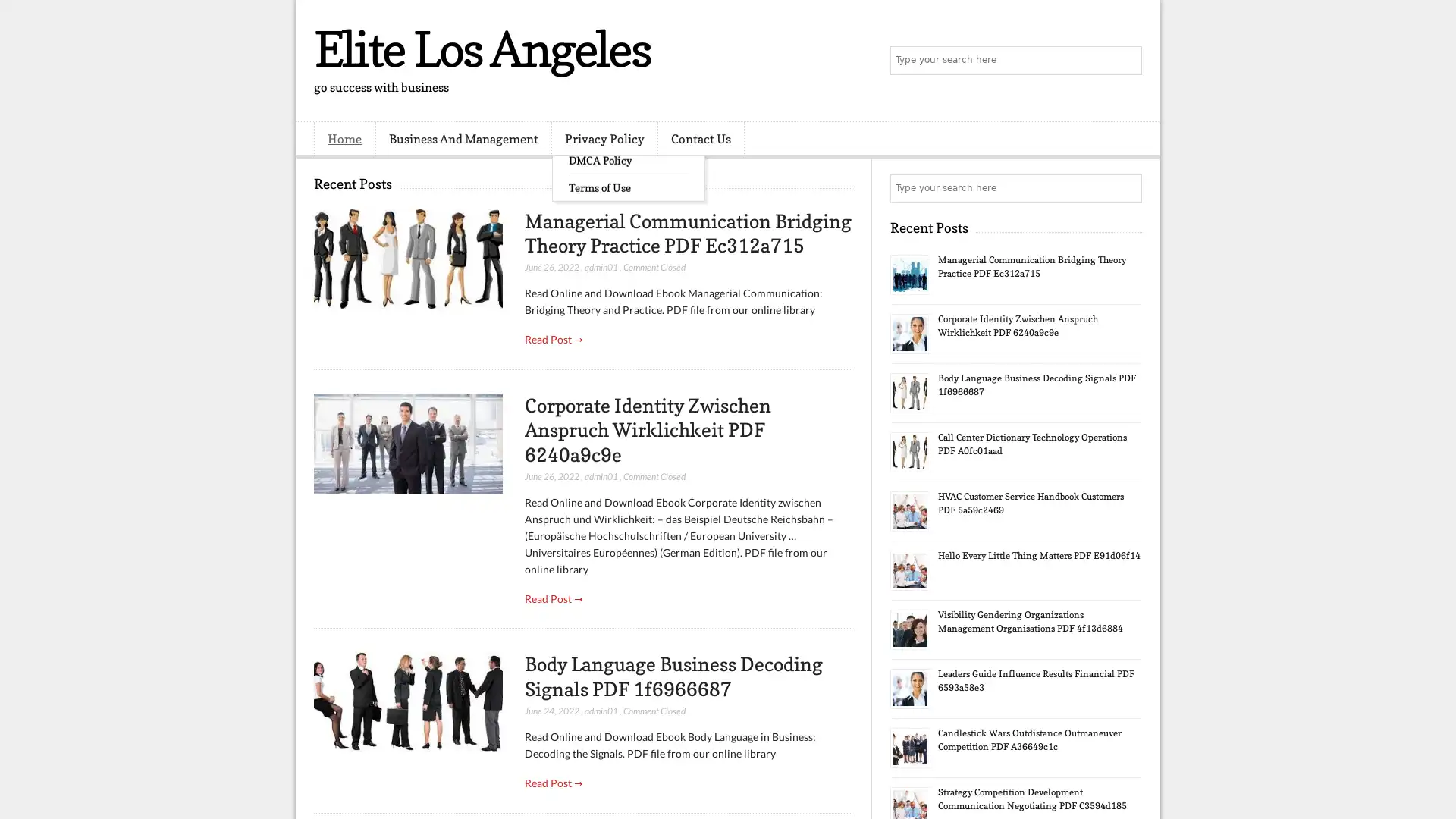 Image resolution: width=1456 pixels, height=819 pixels. Describe the element at coordinates (1126, 188) in the screenshot. I see `Search` at that location.